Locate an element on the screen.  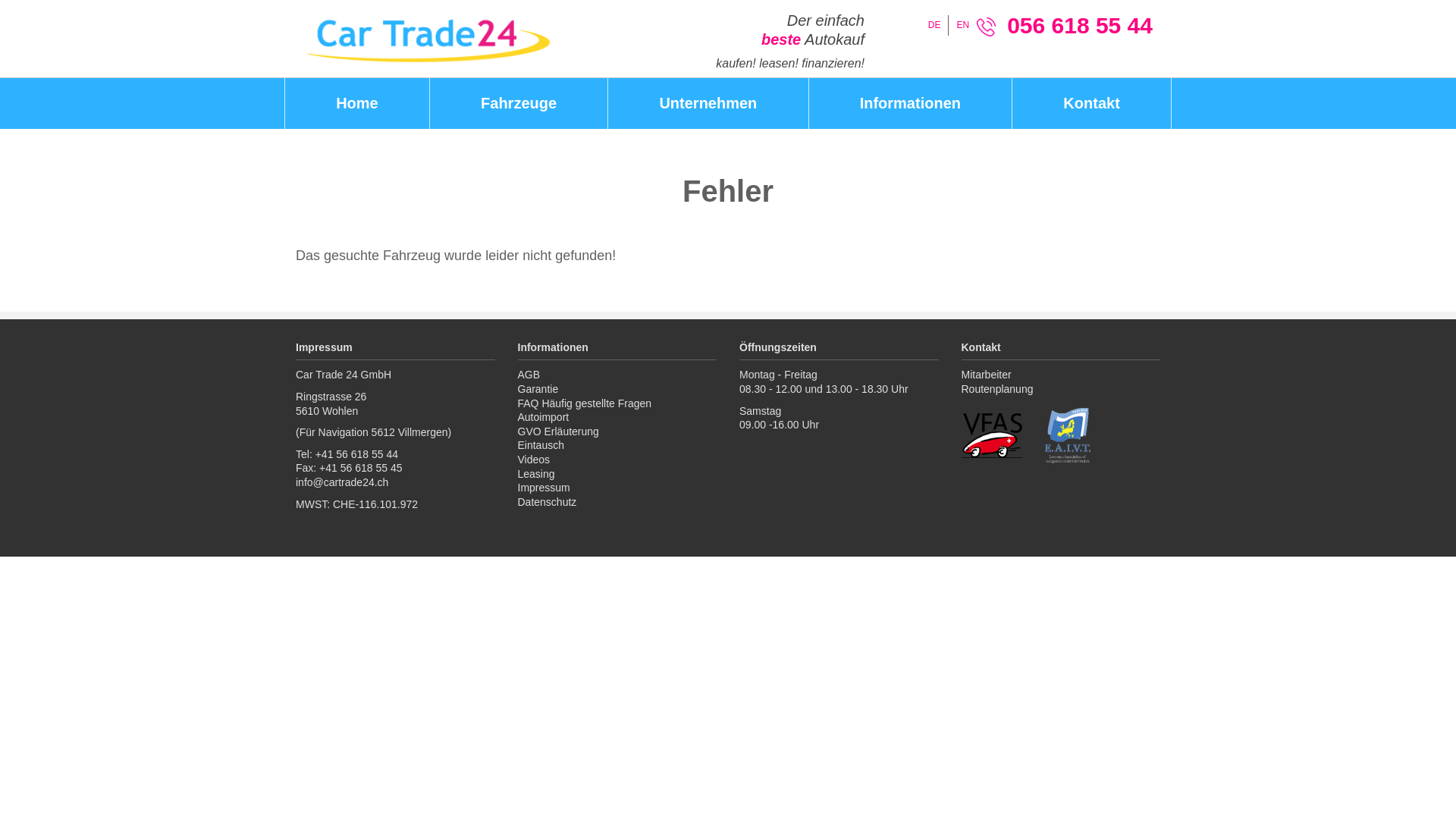
'Fahrzeuge' is located at coordinates (428, 102).